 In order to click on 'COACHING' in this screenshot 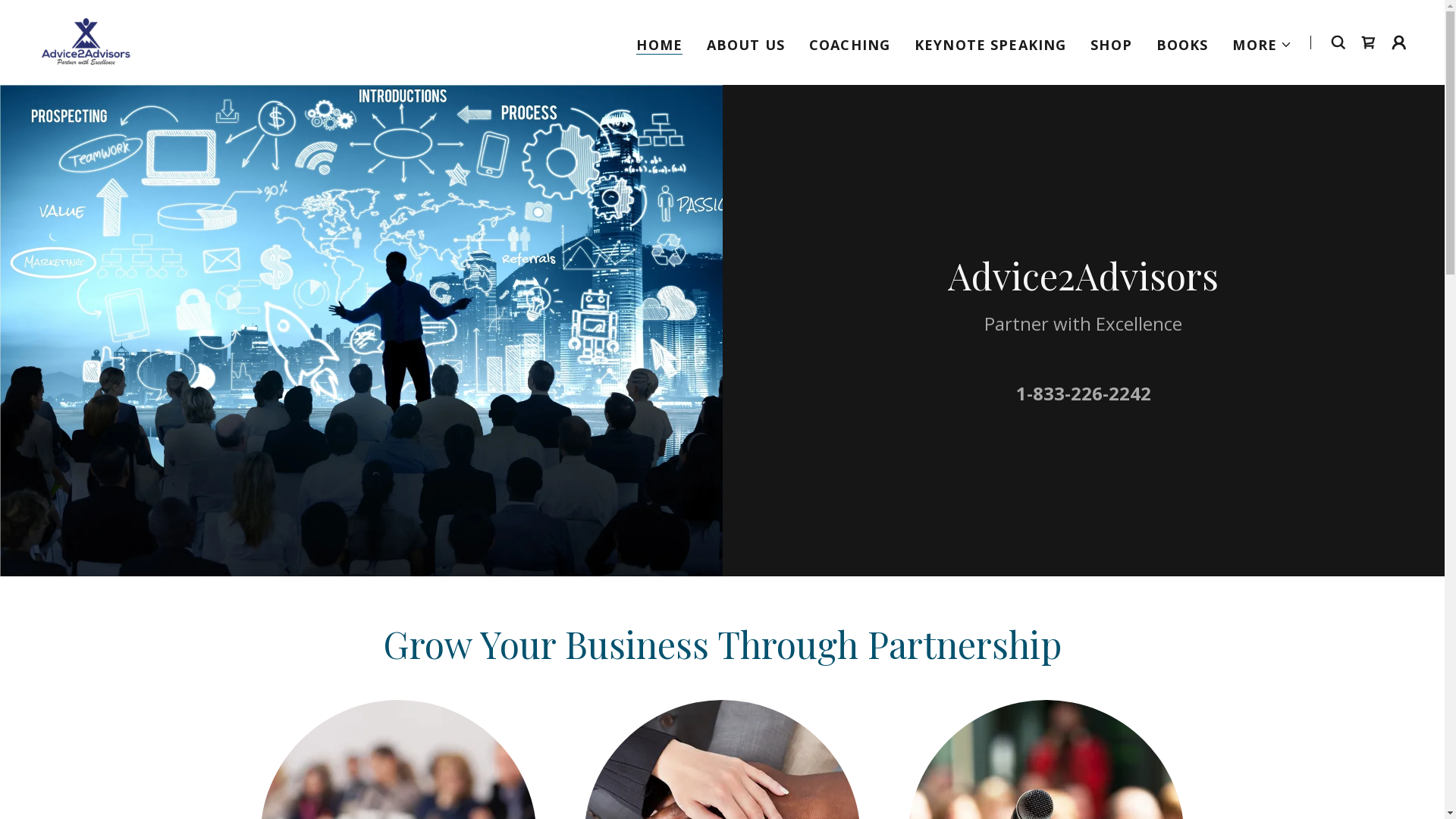, I will do `click(849, 42)`.